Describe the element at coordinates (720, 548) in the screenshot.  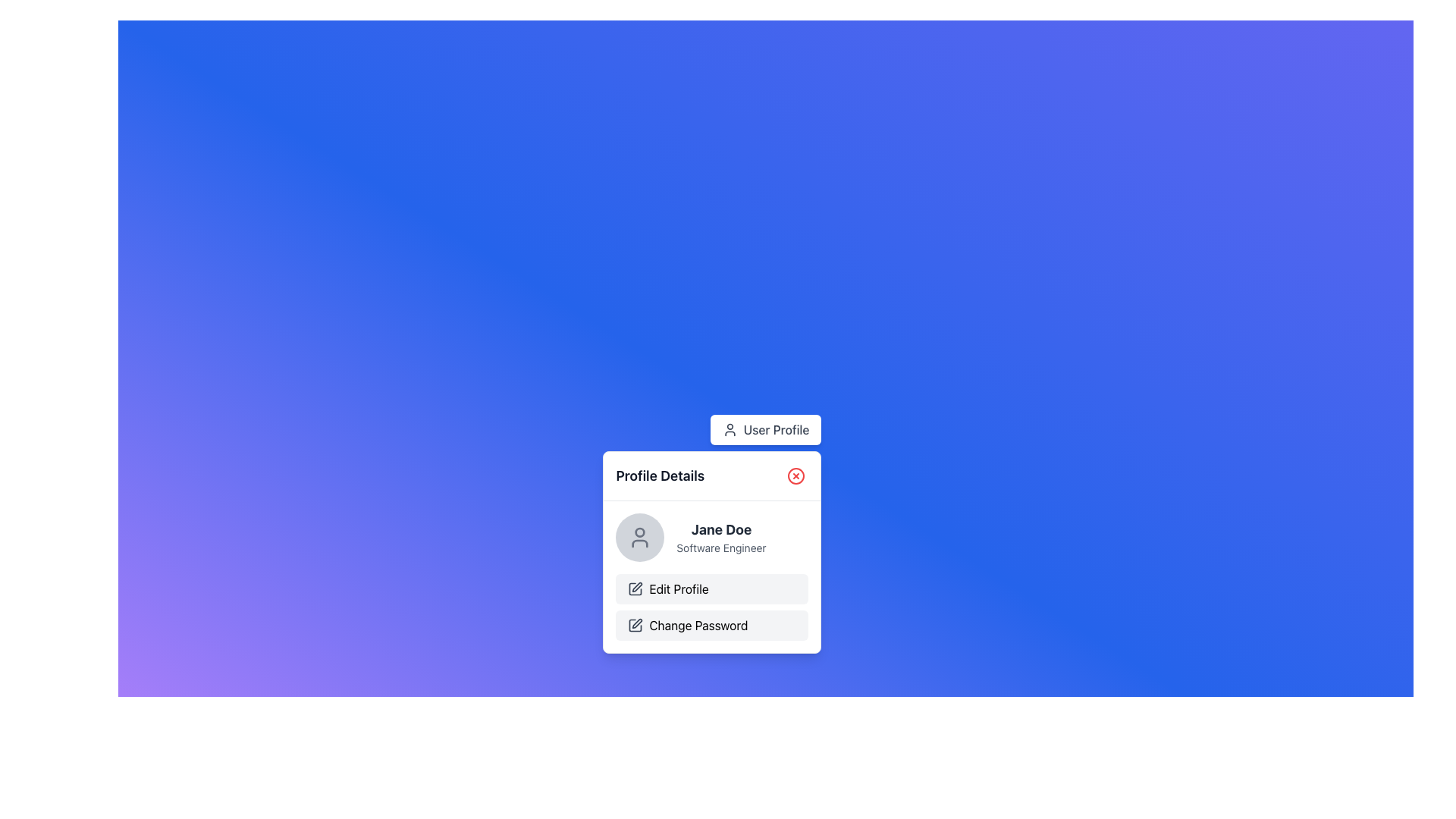
I see `the static text label that reads 'Software Engineer', which is positioned directly below 'Jane Doe' in the 'Profile Details' section of the user profile box` at that location.